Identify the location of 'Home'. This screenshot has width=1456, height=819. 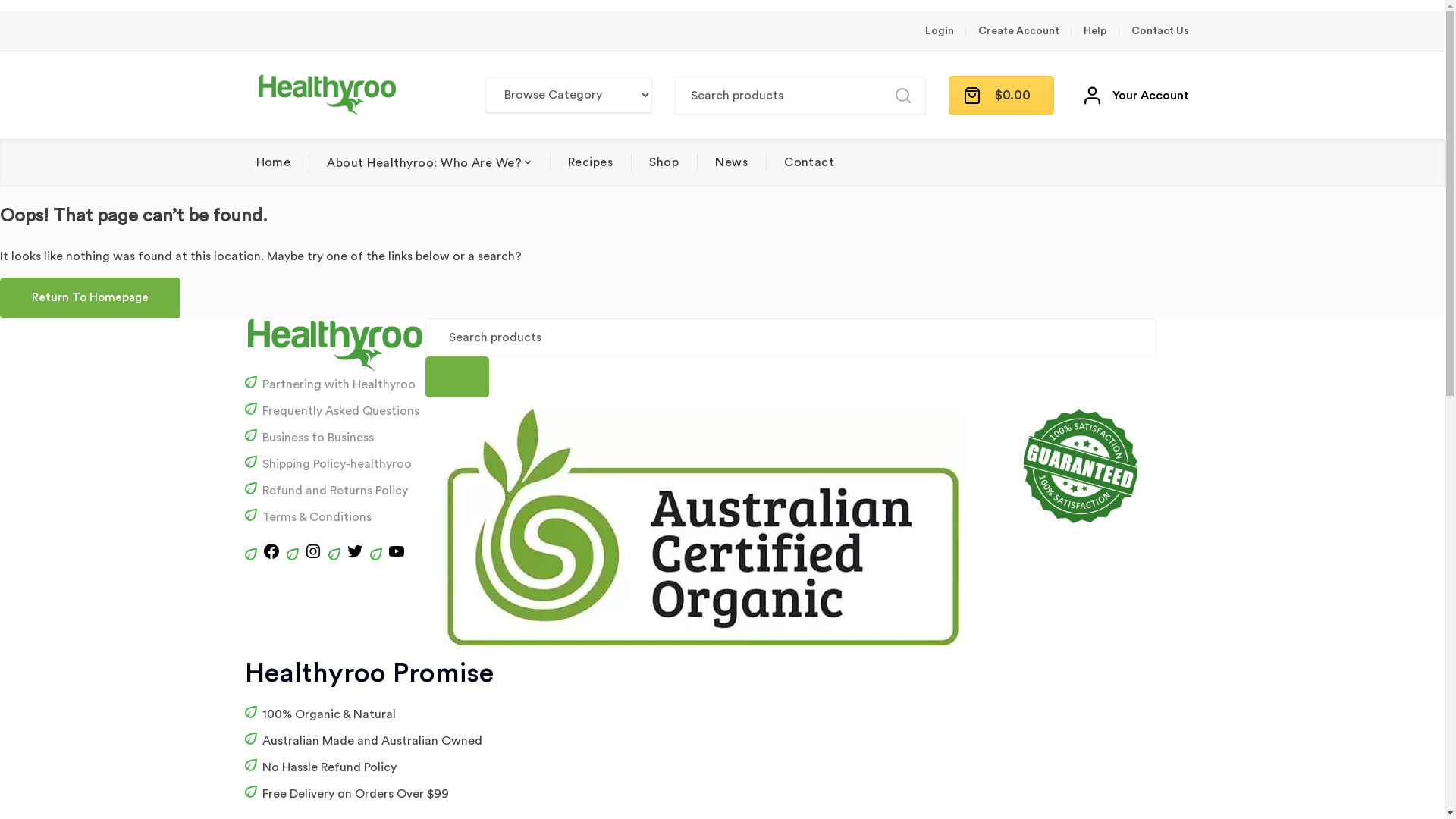
(273, 162).